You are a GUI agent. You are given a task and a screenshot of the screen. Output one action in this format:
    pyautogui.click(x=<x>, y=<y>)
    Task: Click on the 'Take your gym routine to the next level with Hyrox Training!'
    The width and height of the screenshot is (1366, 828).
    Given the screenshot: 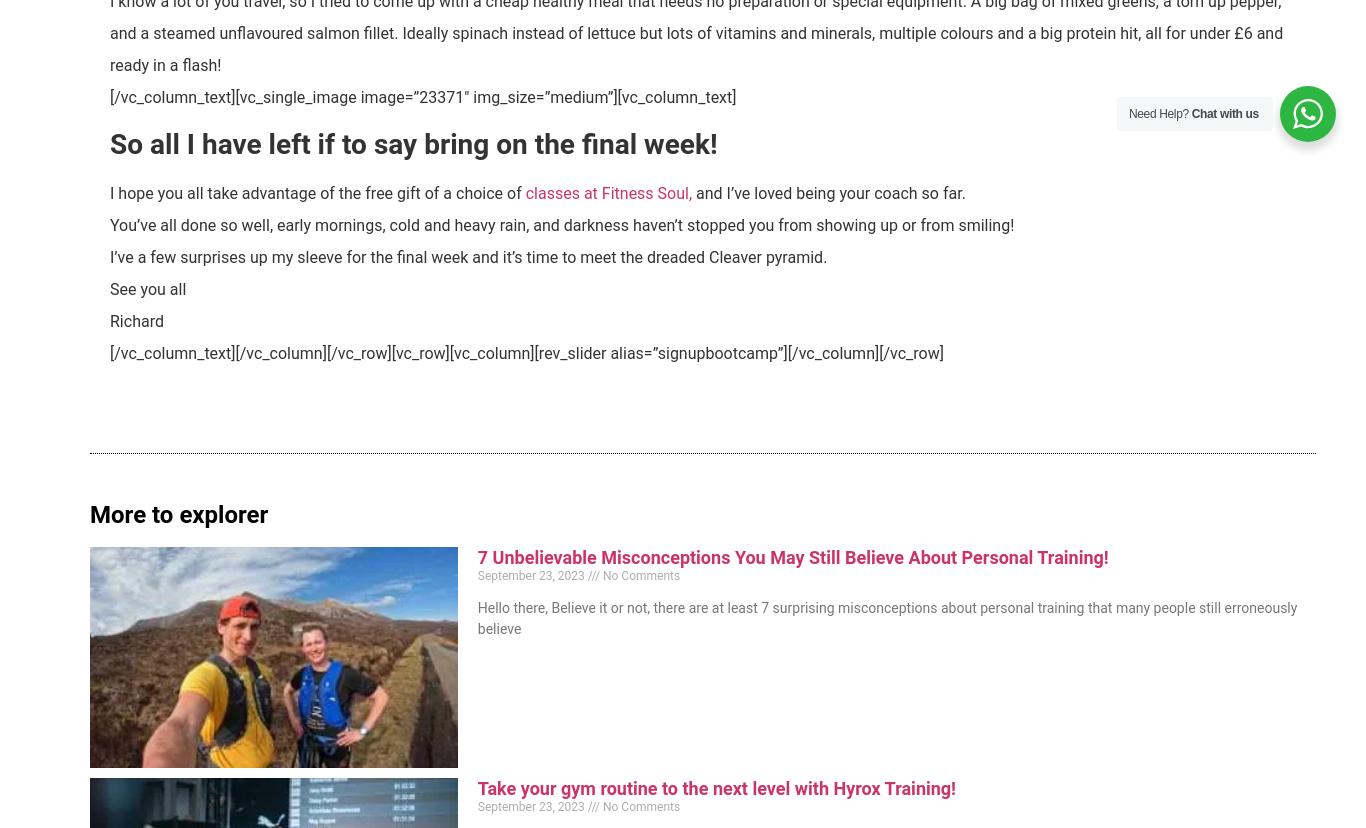 What is the action you would take?
    pyautogui.click(x=716, y=788)
    